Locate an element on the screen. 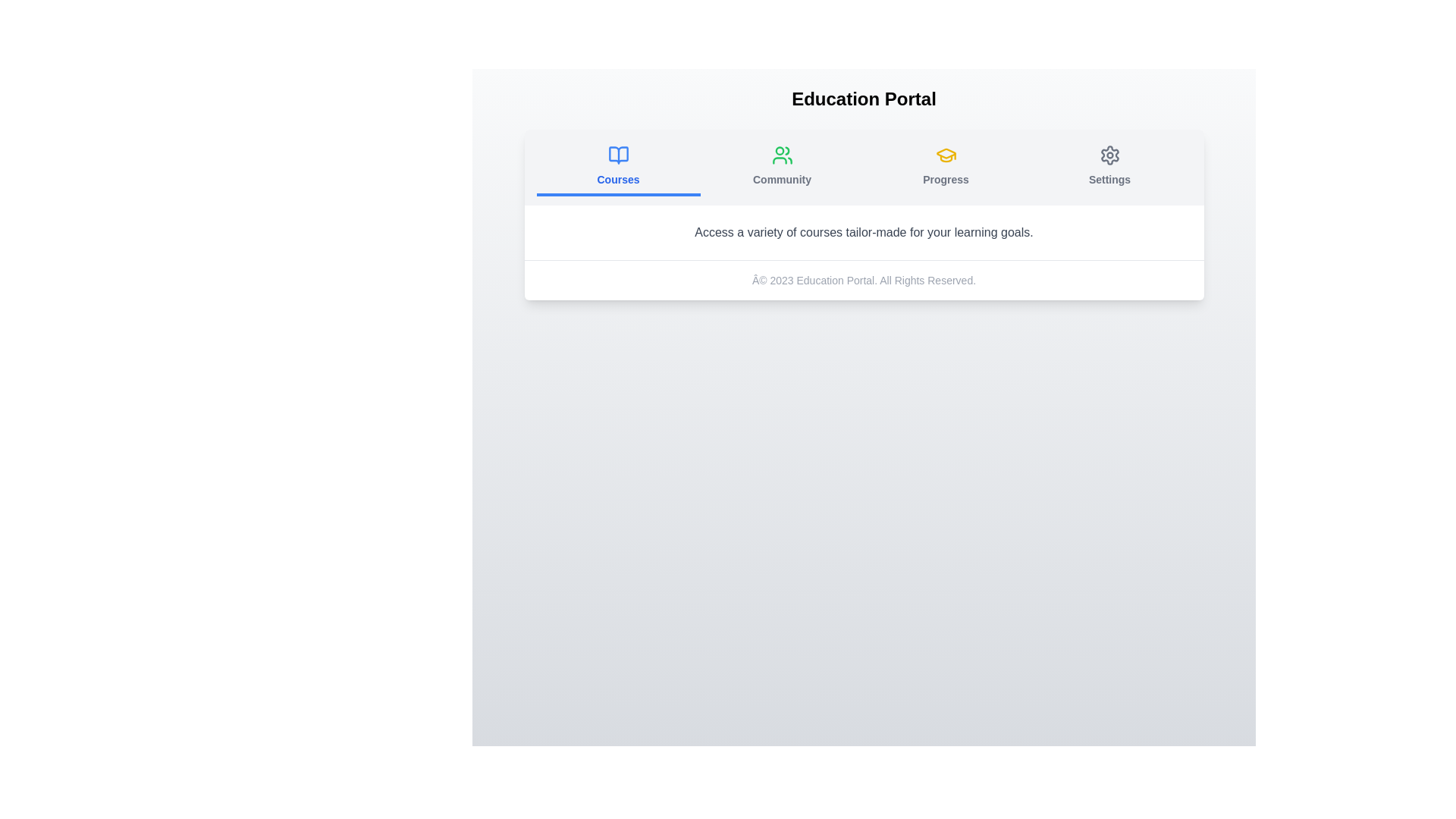 Image resolution: width=1456 pixels, height=819 pixels. displayed text of the prominent 'Education Portal' label, which is a central heading in bold font located at the top center of the page above the navigation bar is located at coordinates (864, 99).